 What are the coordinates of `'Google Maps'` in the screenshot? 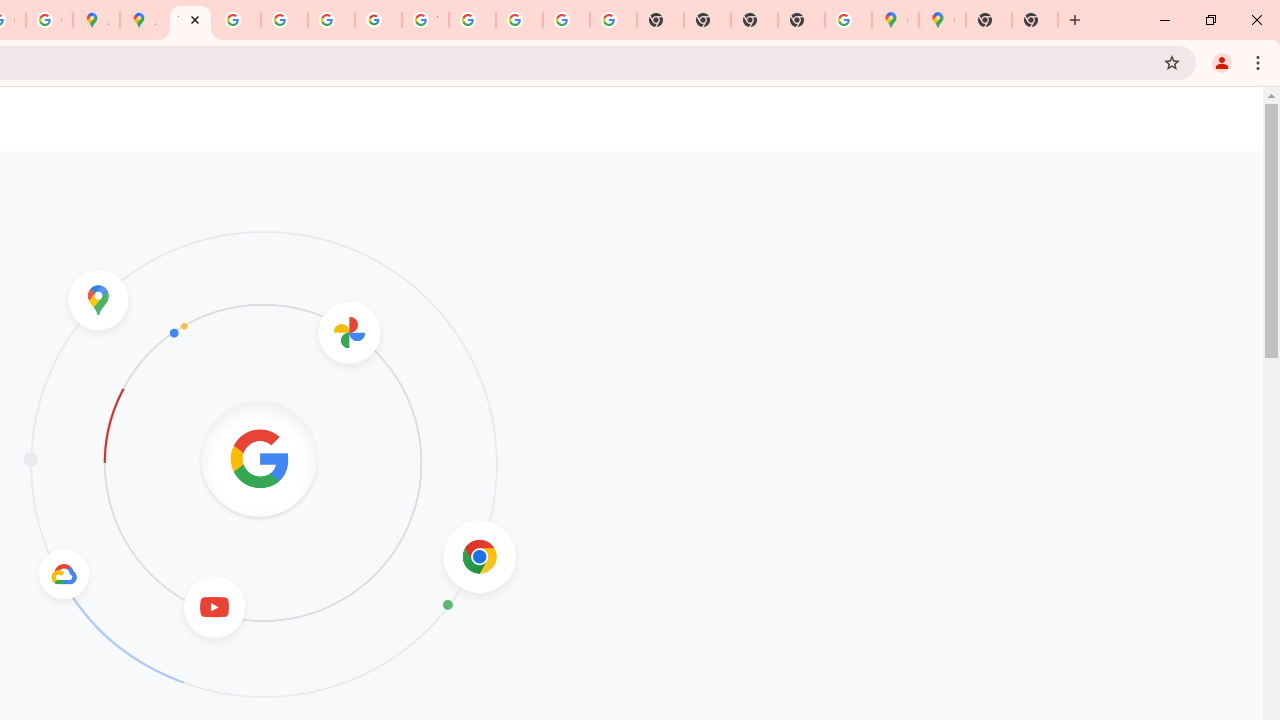 It's located at (941, 20).